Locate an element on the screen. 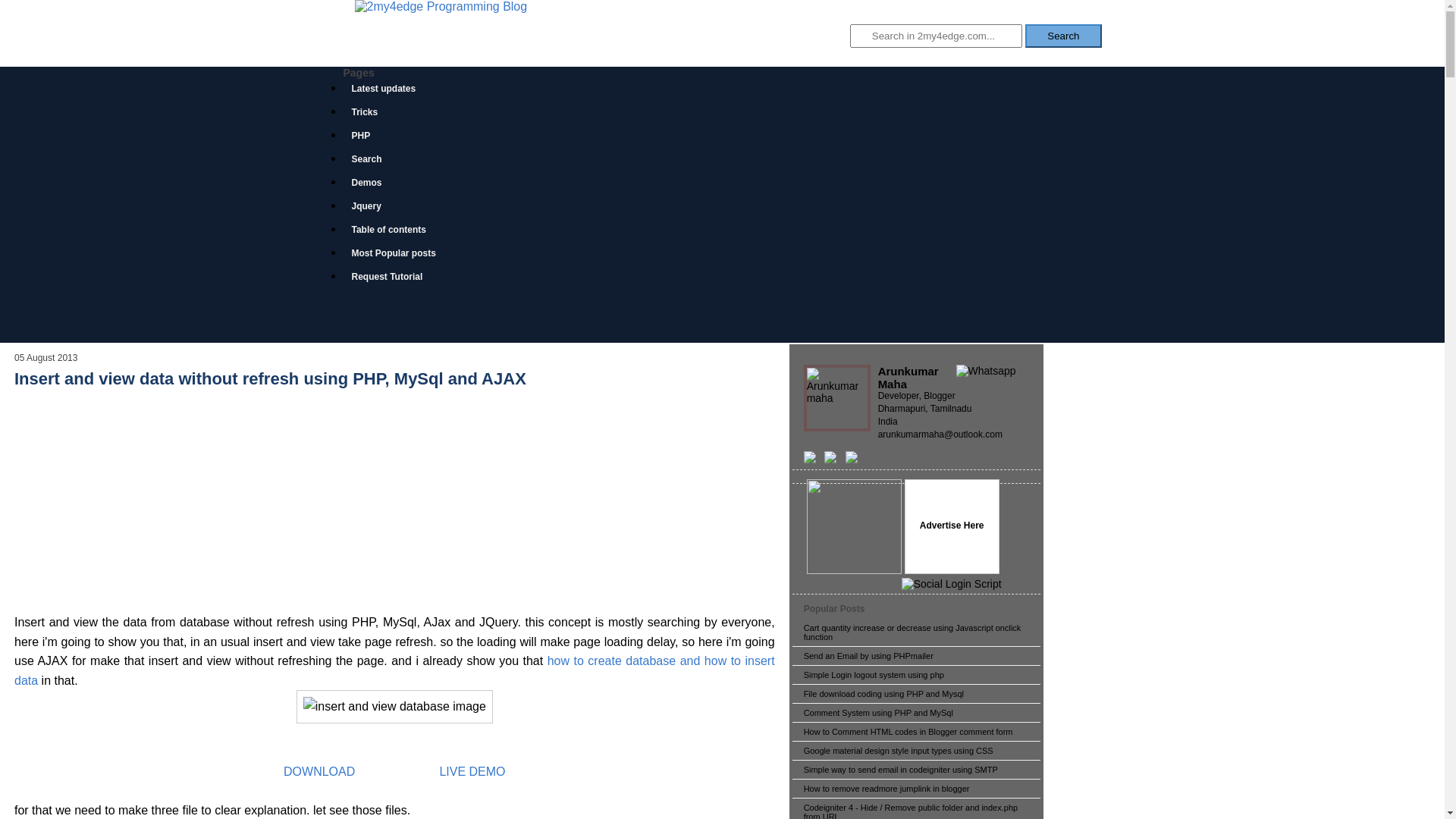 Image resolution: width=1456 pixels, height=819 pixels. 'How to Comment HTML codes in Blogger comment form' is located at coordinates (908, 730).